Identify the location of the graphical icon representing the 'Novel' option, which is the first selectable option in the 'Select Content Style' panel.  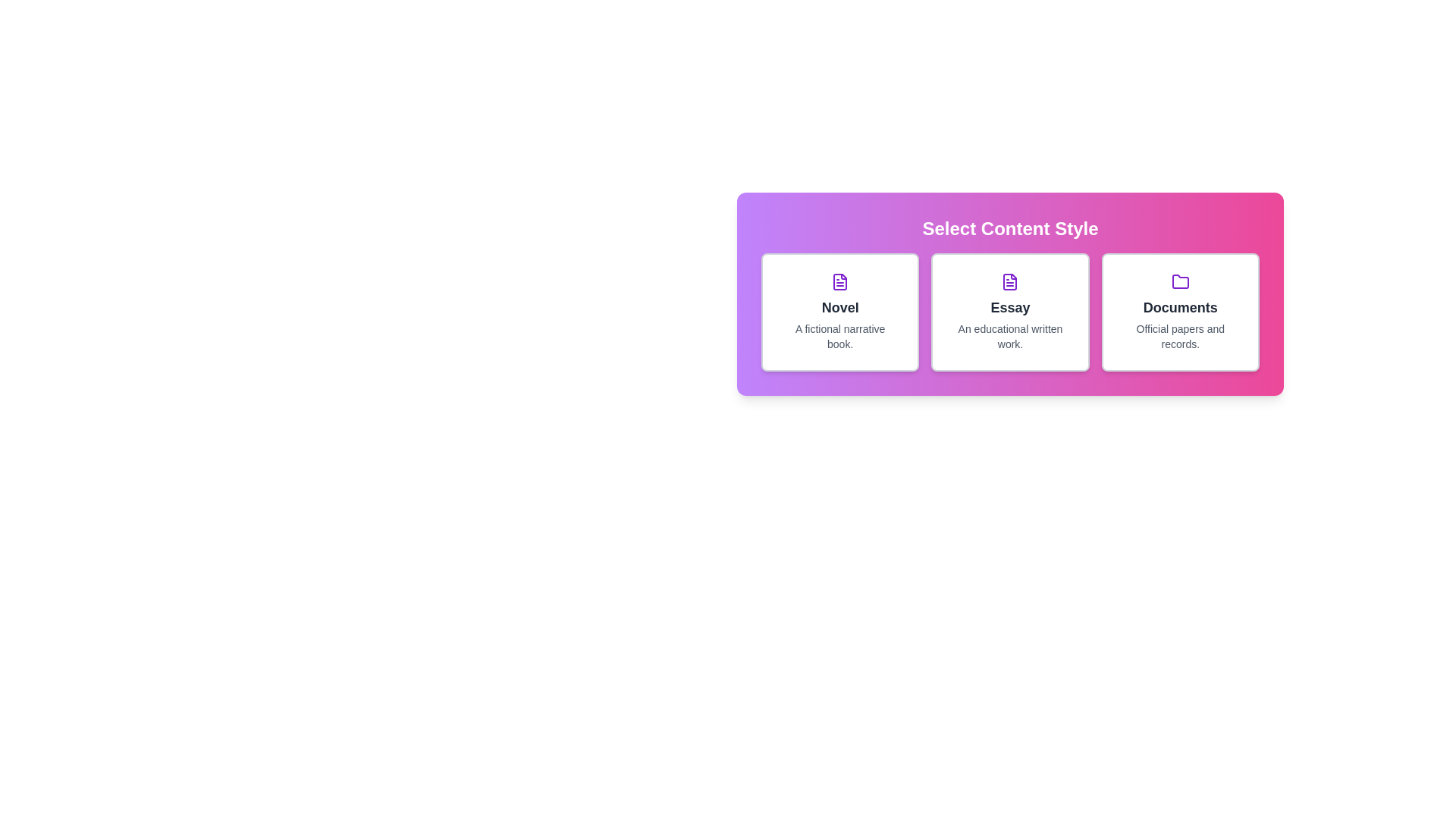
(1010, 281).